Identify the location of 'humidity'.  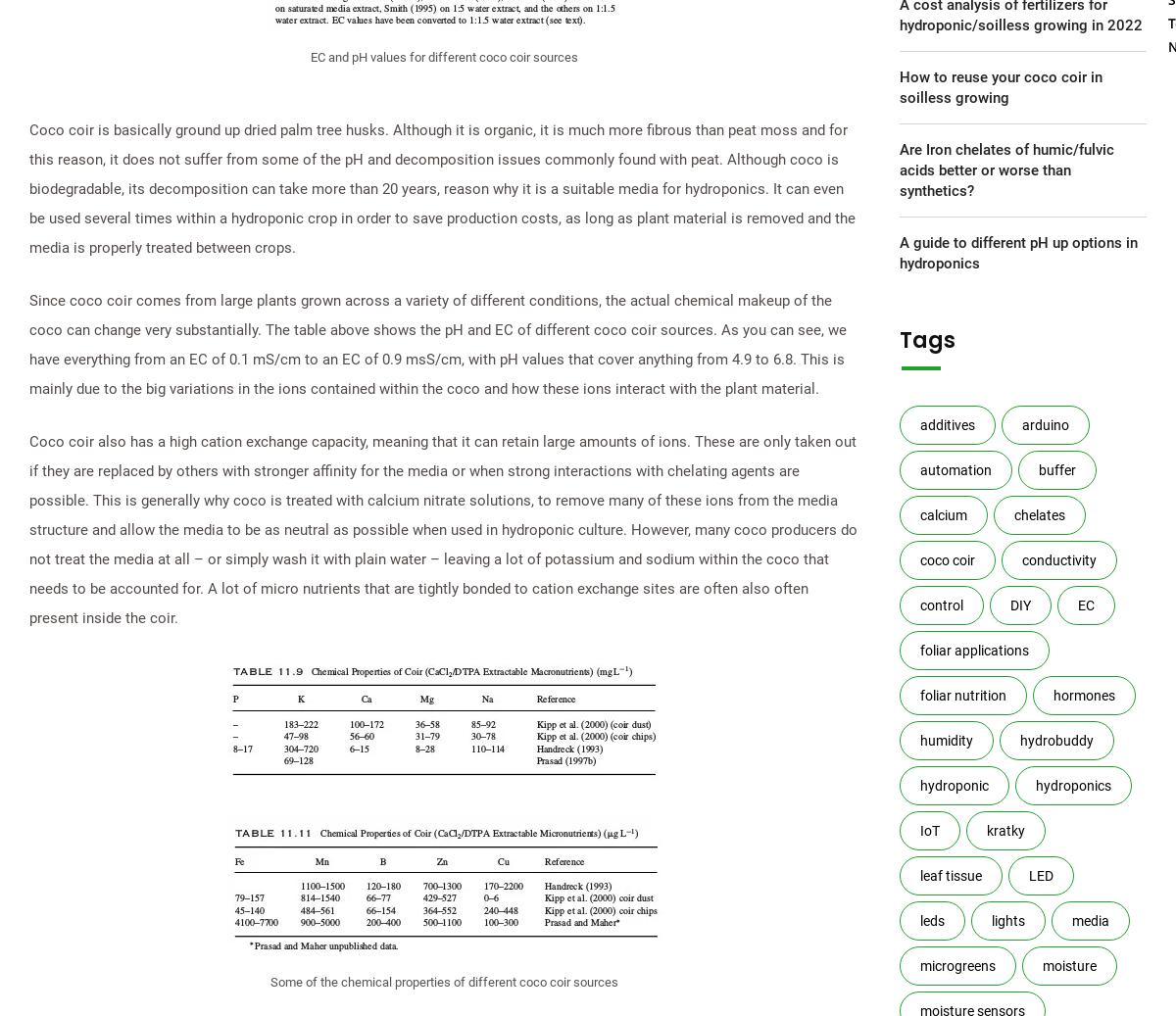
(919, 740).